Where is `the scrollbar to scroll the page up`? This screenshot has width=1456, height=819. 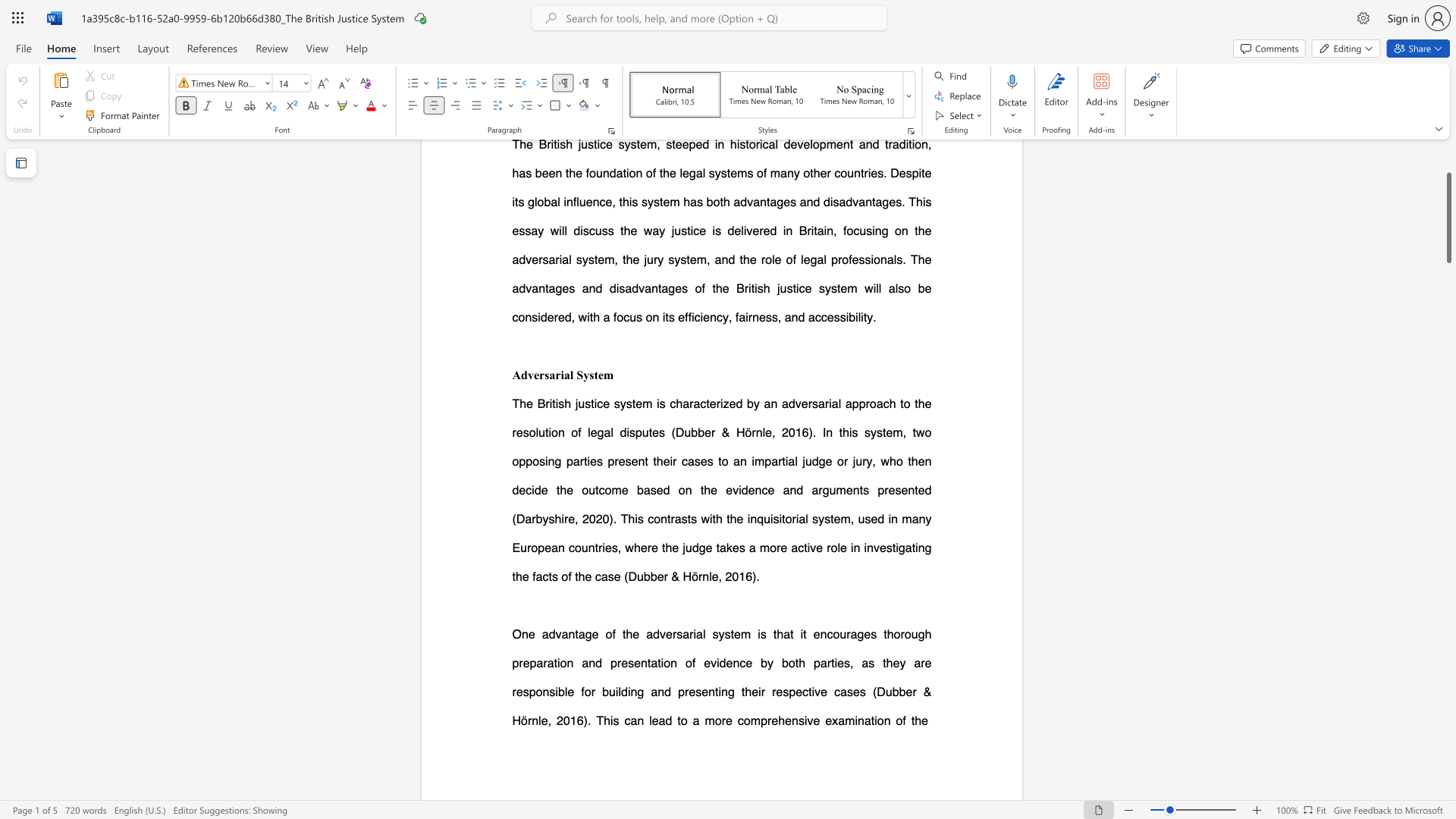
the scrollbar to scroll the page up is located at coordinates (1448, 158).